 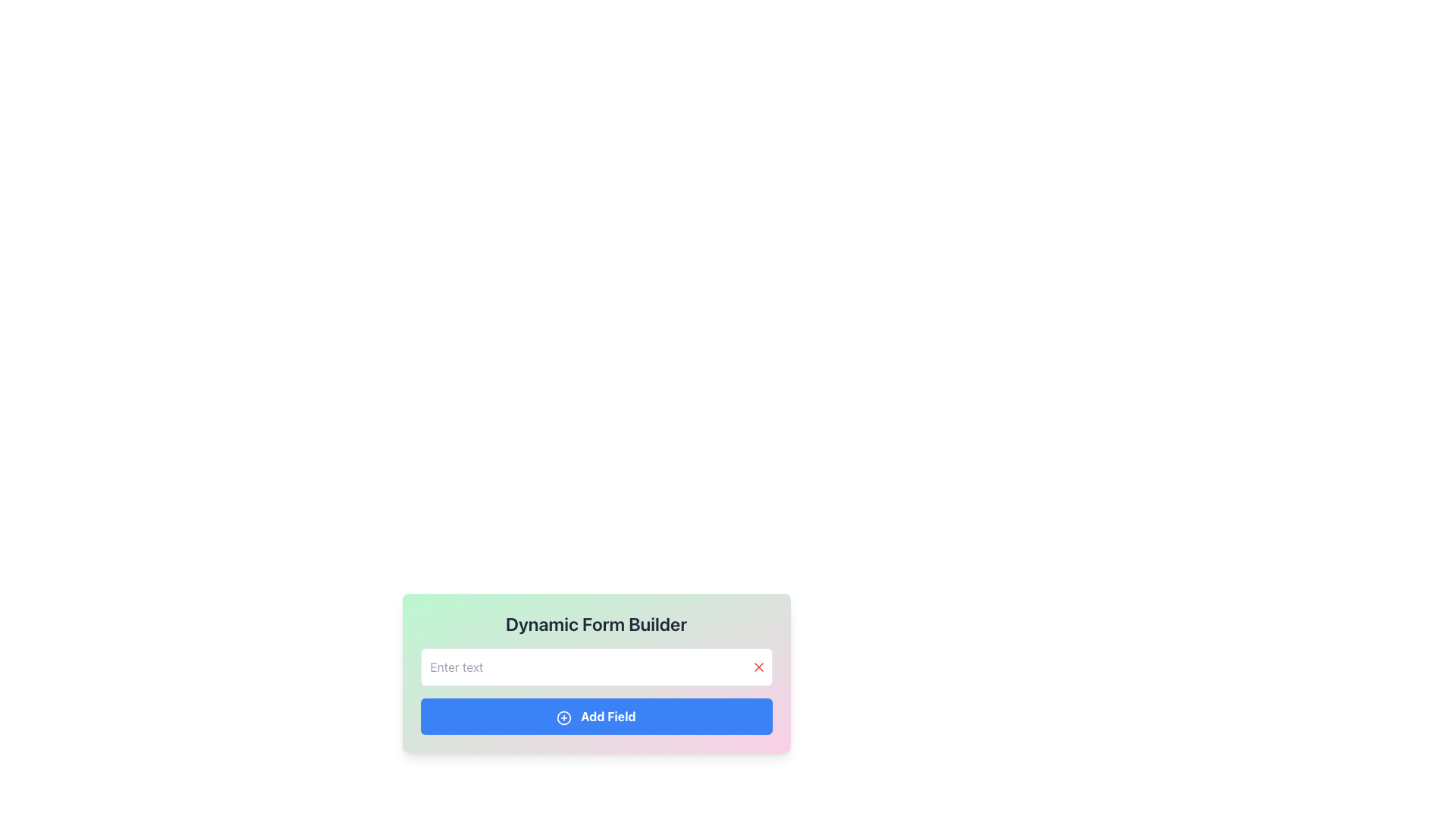 I want to click on the clear button located on the right side of the text input field, so click(x=758, y=666).